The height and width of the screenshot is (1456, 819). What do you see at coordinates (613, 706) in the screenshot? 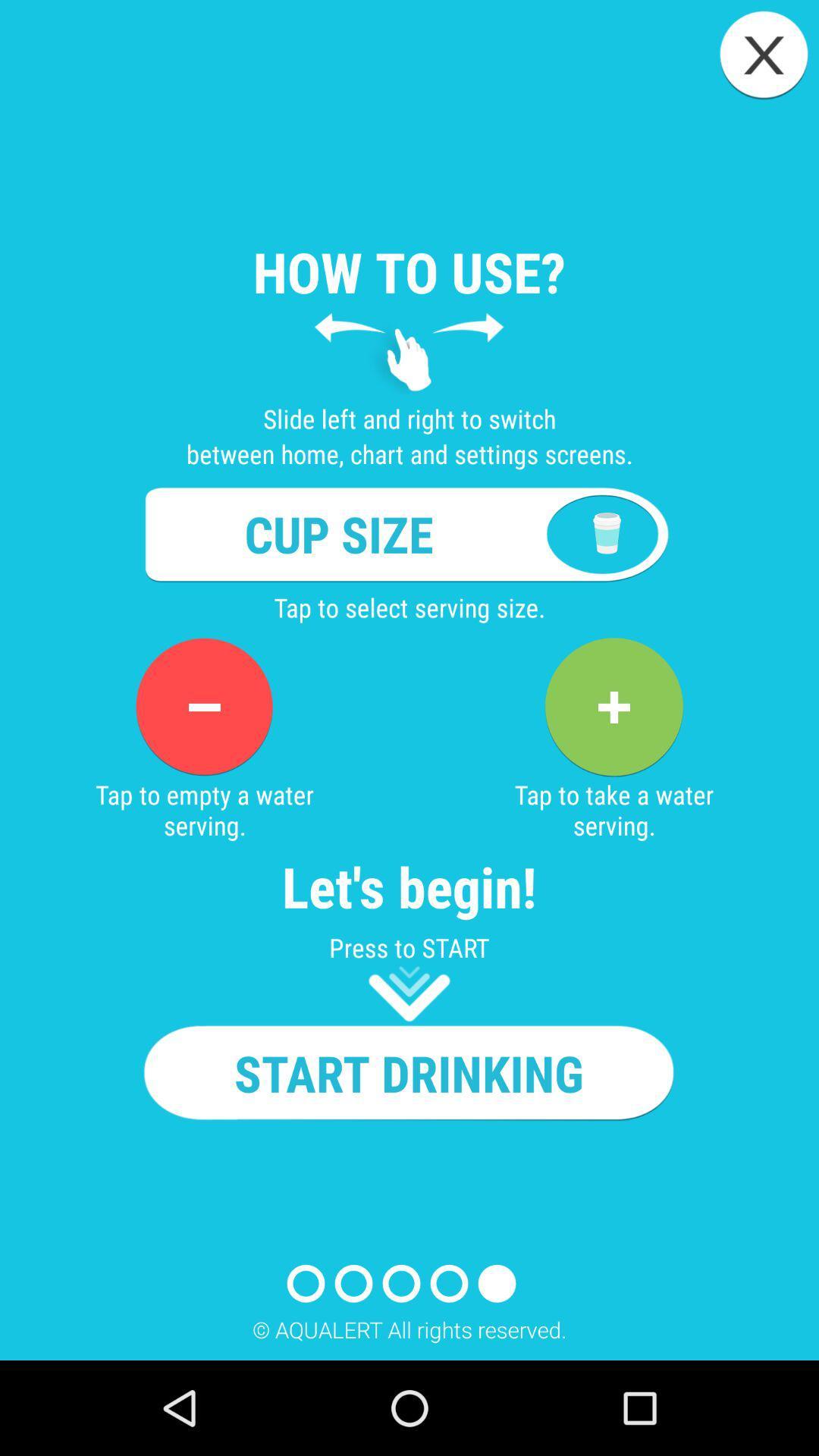
I see `app to the right of the tap to empty` at bounding box center [613, 706].